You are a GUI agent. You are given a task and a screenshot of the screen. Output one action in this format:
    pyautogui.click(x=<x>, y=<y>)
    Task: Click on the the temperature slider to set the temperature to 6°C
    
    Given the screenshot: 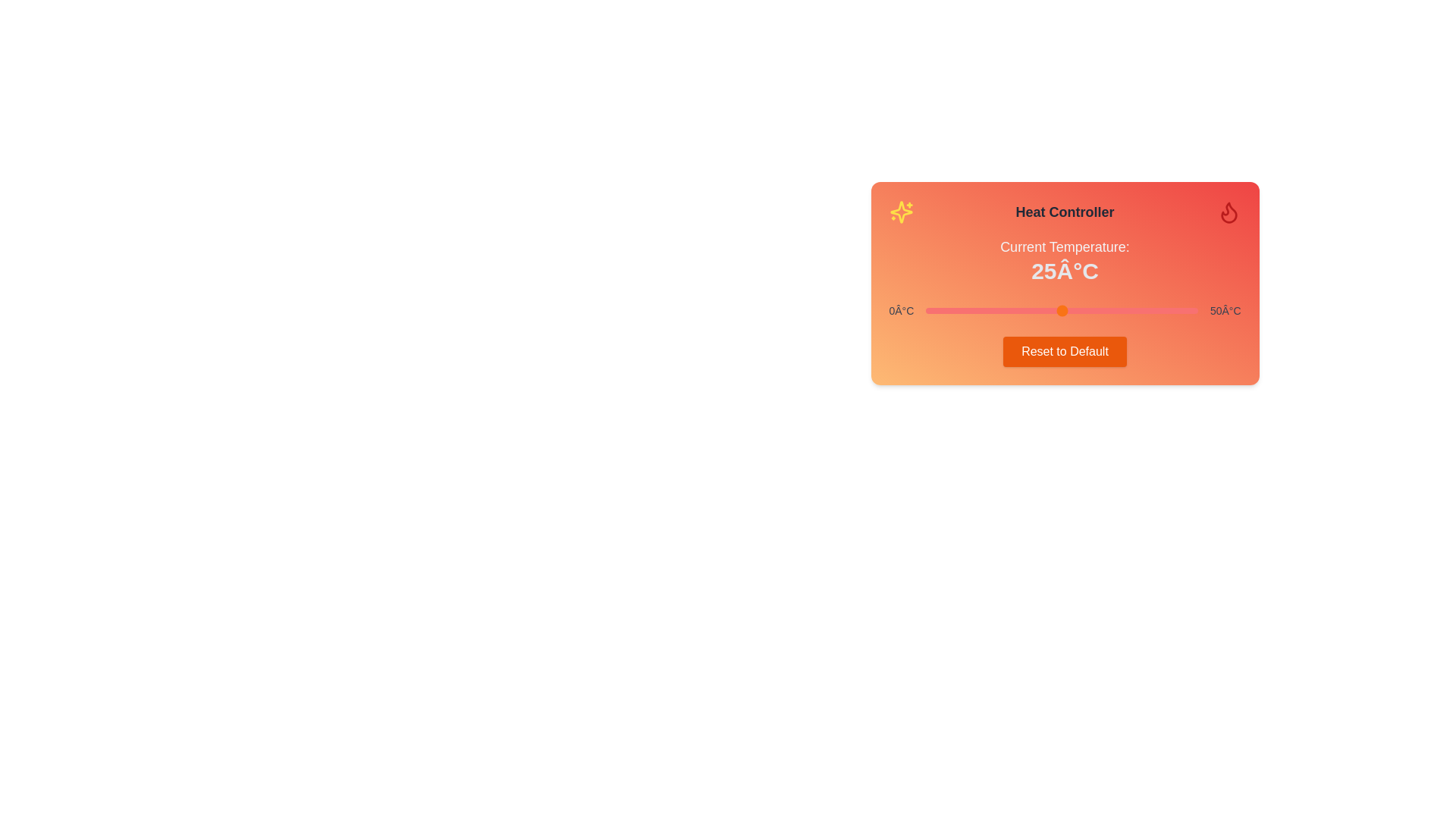 What is the action you would take?
    pyautogui.click(x=957, y=309)
    